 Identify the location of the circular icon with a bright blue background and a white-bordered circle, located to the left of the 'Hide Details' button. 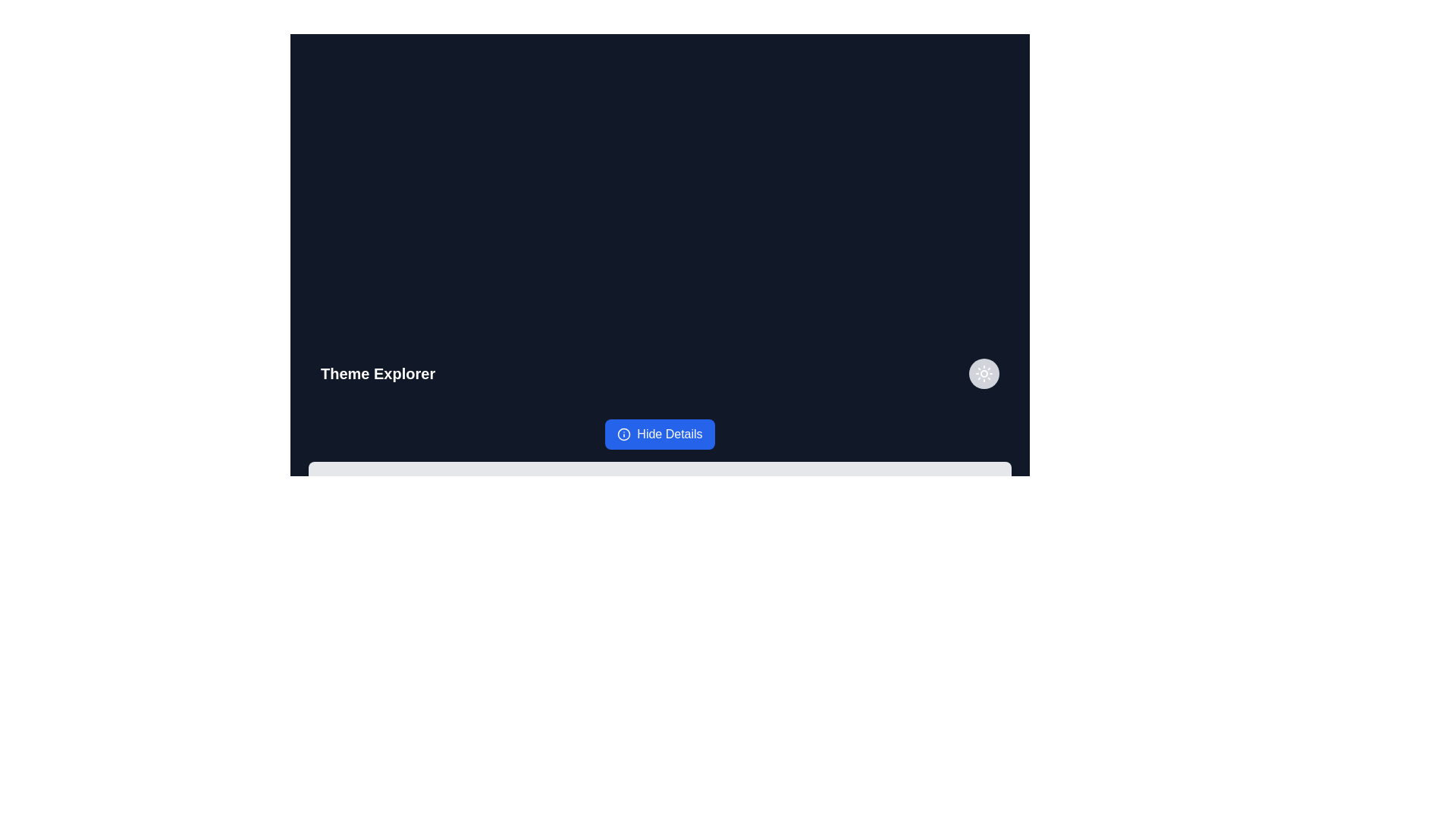
(624, 435).